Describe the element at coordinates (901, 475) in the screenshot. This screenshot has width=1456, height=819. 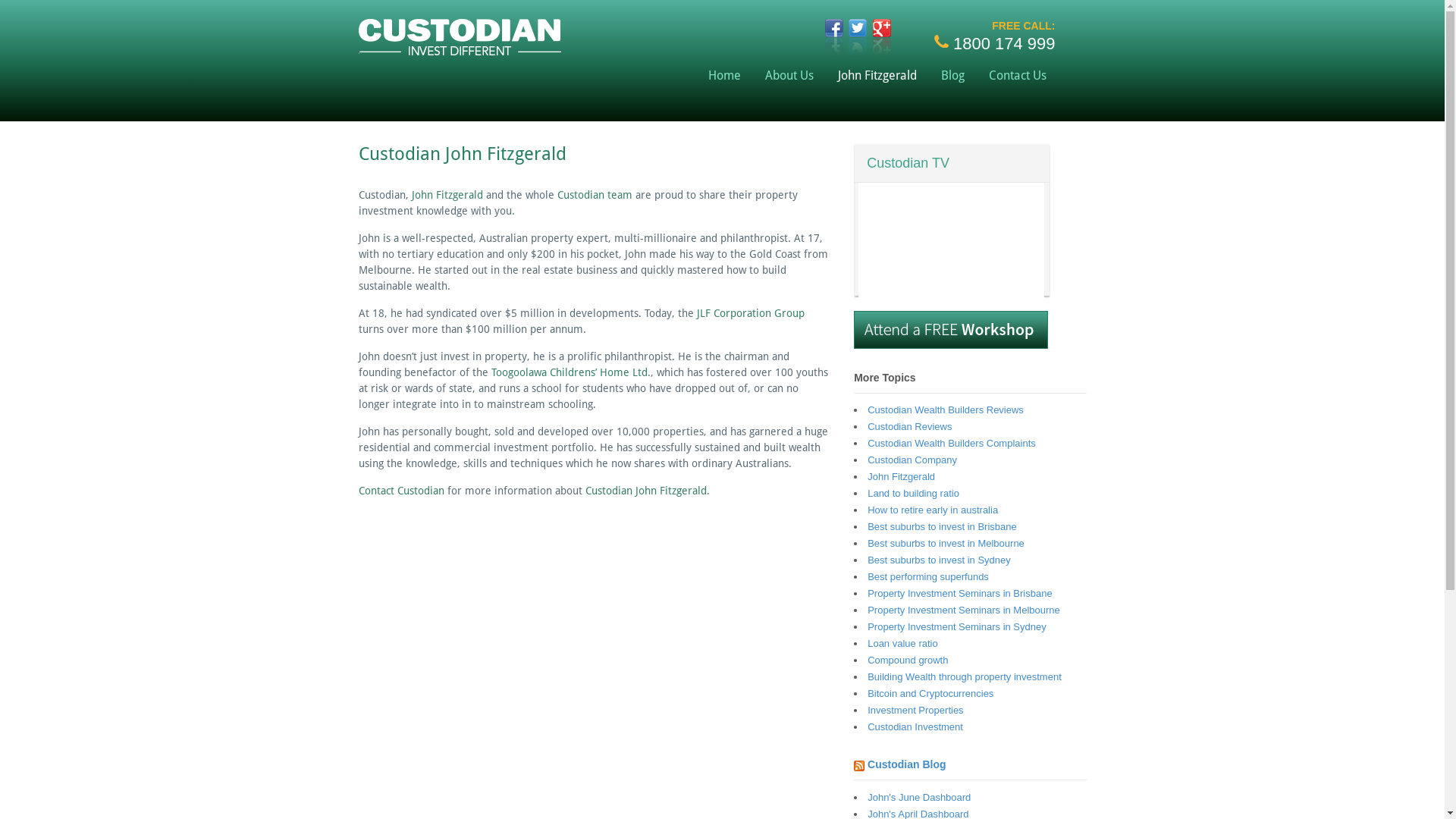
I see `'John Fitzgerald'` at that location.